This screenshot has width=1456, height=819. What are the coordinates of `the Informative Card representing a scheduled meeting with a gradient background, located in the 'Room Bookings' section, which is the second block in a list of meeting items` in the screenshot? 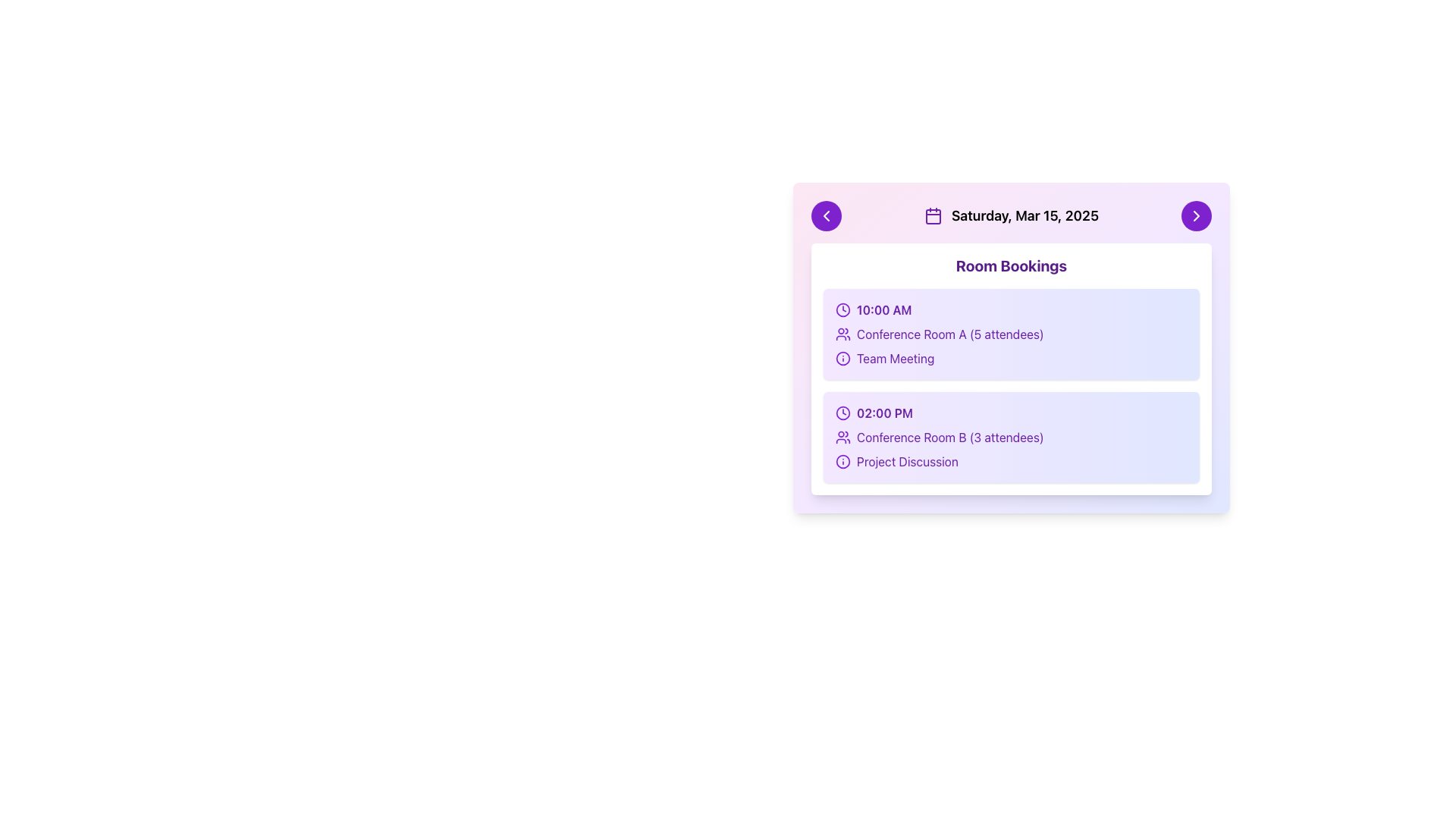 It's located at (1012, 438).